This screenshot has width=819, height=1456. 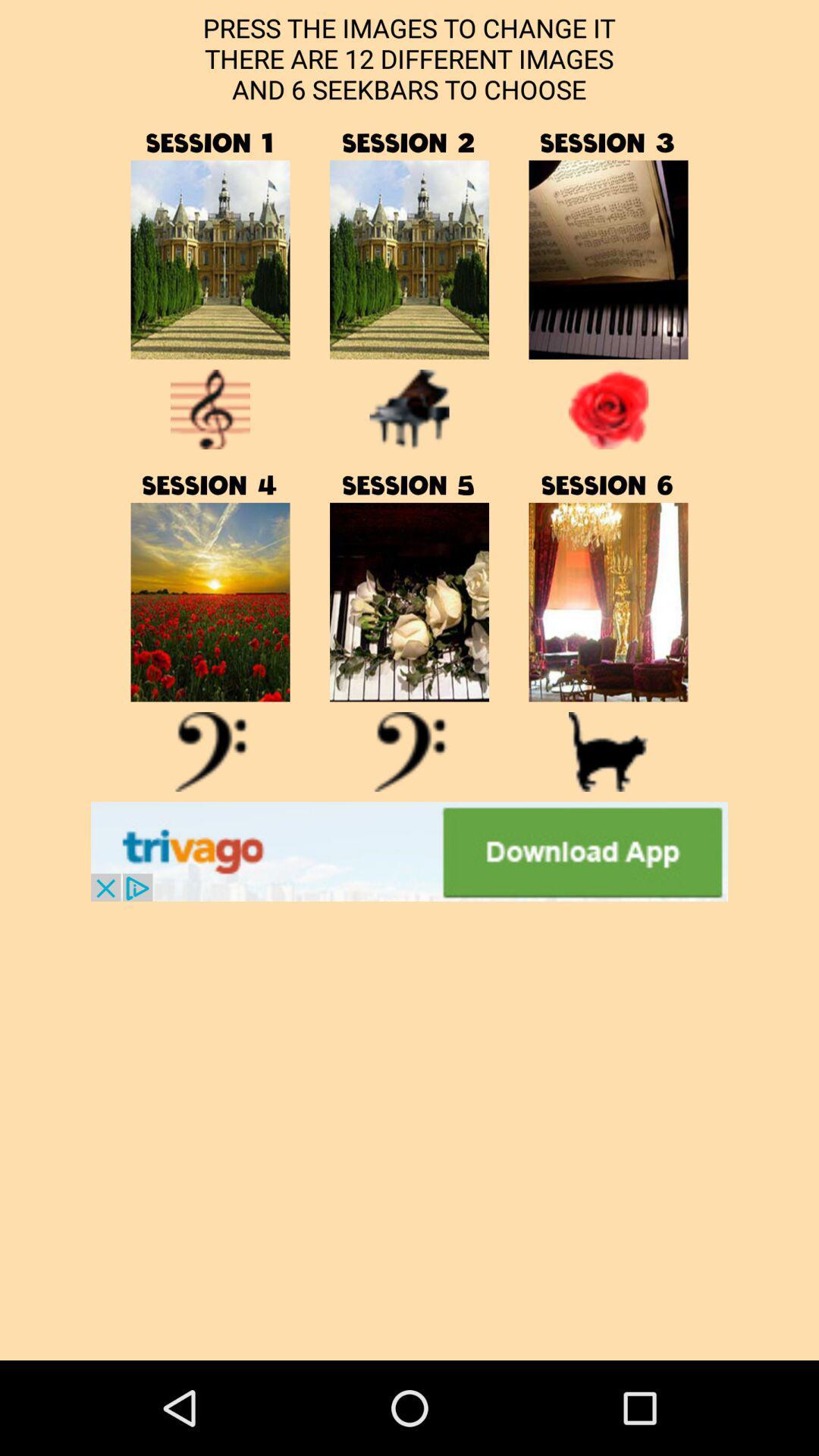 I want to click on change session 1 image, so click(x=210, y=259).